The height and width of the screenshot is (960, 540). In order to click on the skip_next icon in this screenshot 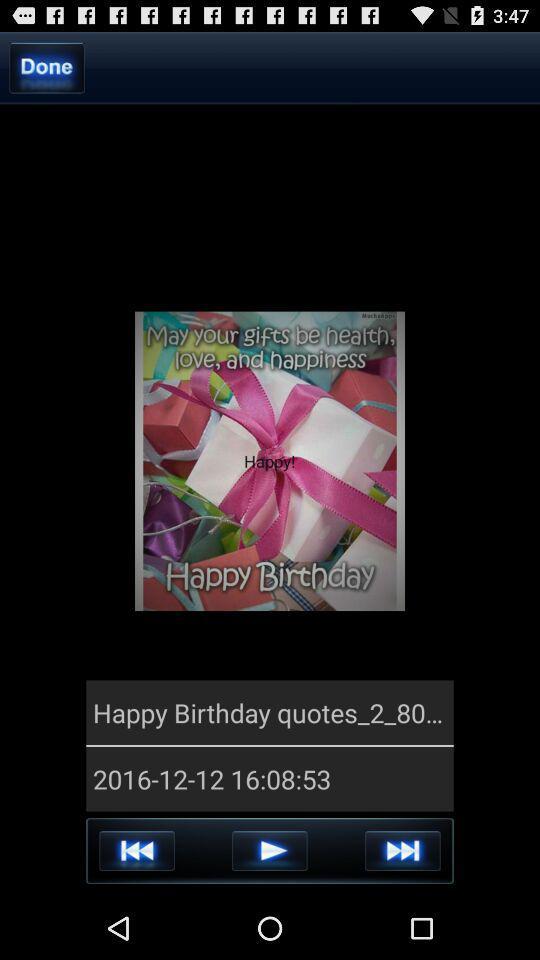, I will do `click(402, 910)`.